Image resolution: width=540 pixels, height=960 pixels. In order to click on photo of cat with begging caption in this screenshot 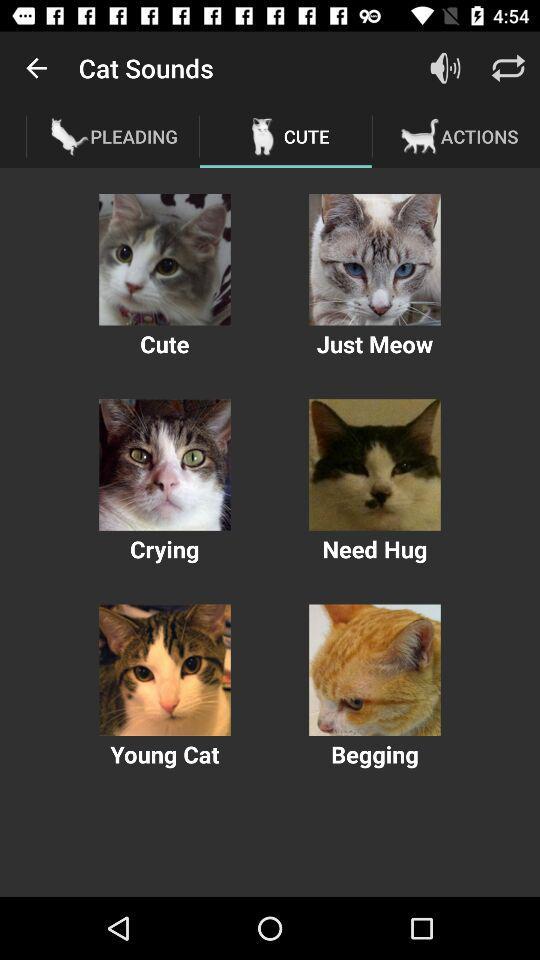, I will do `click(374, 670)`.